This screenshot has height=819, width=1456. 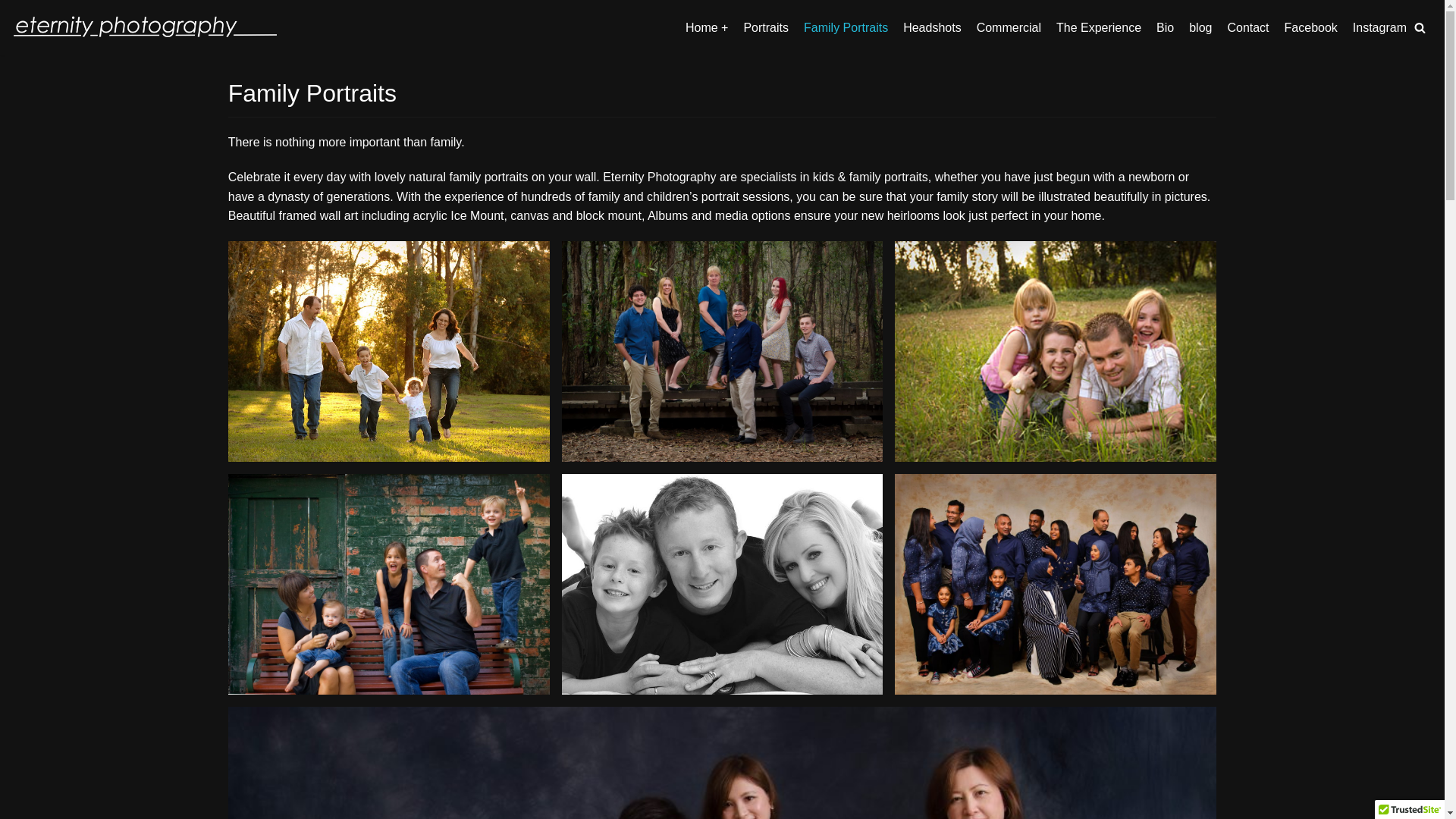 I want to click on 'Facebook', so click(x=1310, y=28).